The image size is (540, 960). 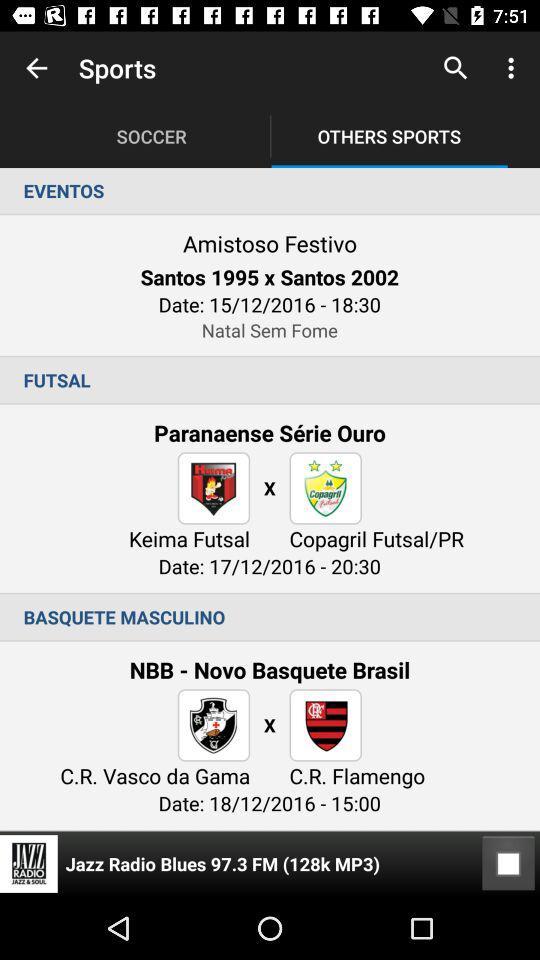 I want to click on icon to the right of the jazz radio blues icon, so click(x=508, y=863).